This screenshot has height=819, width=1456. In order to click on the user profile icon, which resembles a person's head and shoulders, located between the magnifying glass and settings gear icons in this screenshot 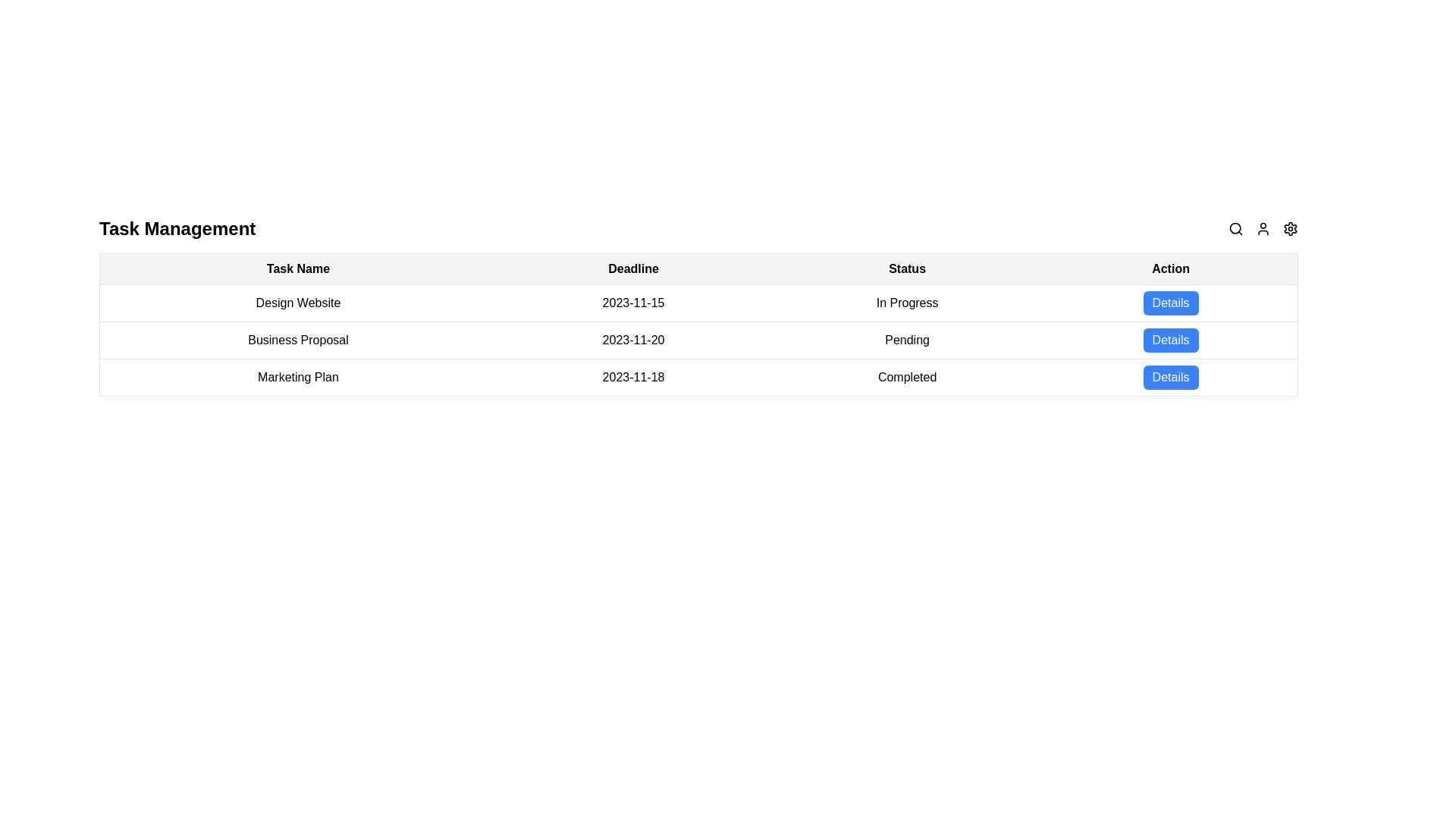, I will do `click(1263, 228)`.